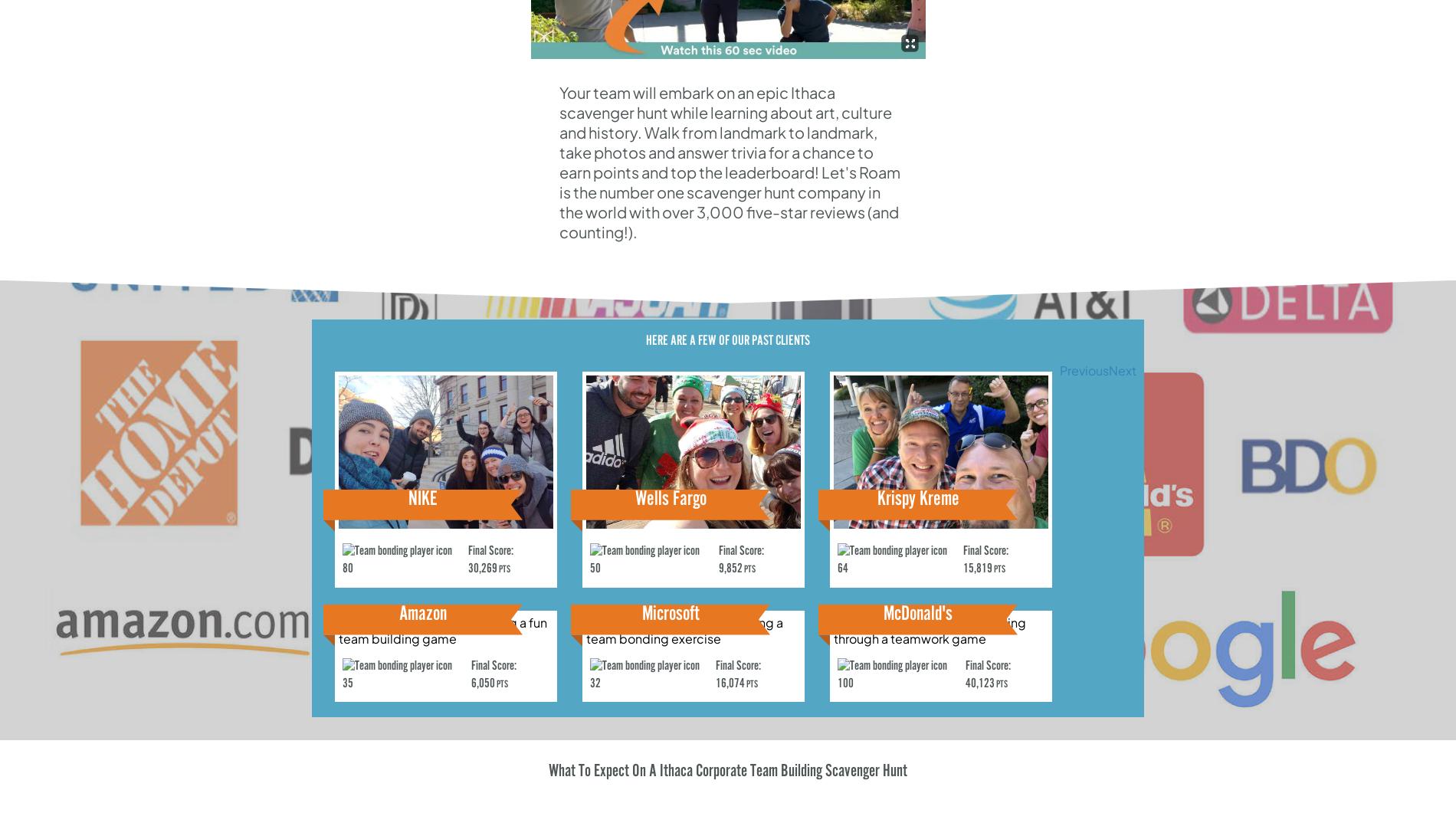 The height and width of the screenshot is (826, 1456). Describe the element at coordinates (738, 674) in the screenshot. I see `'Final Score: 16,074'` at that location.